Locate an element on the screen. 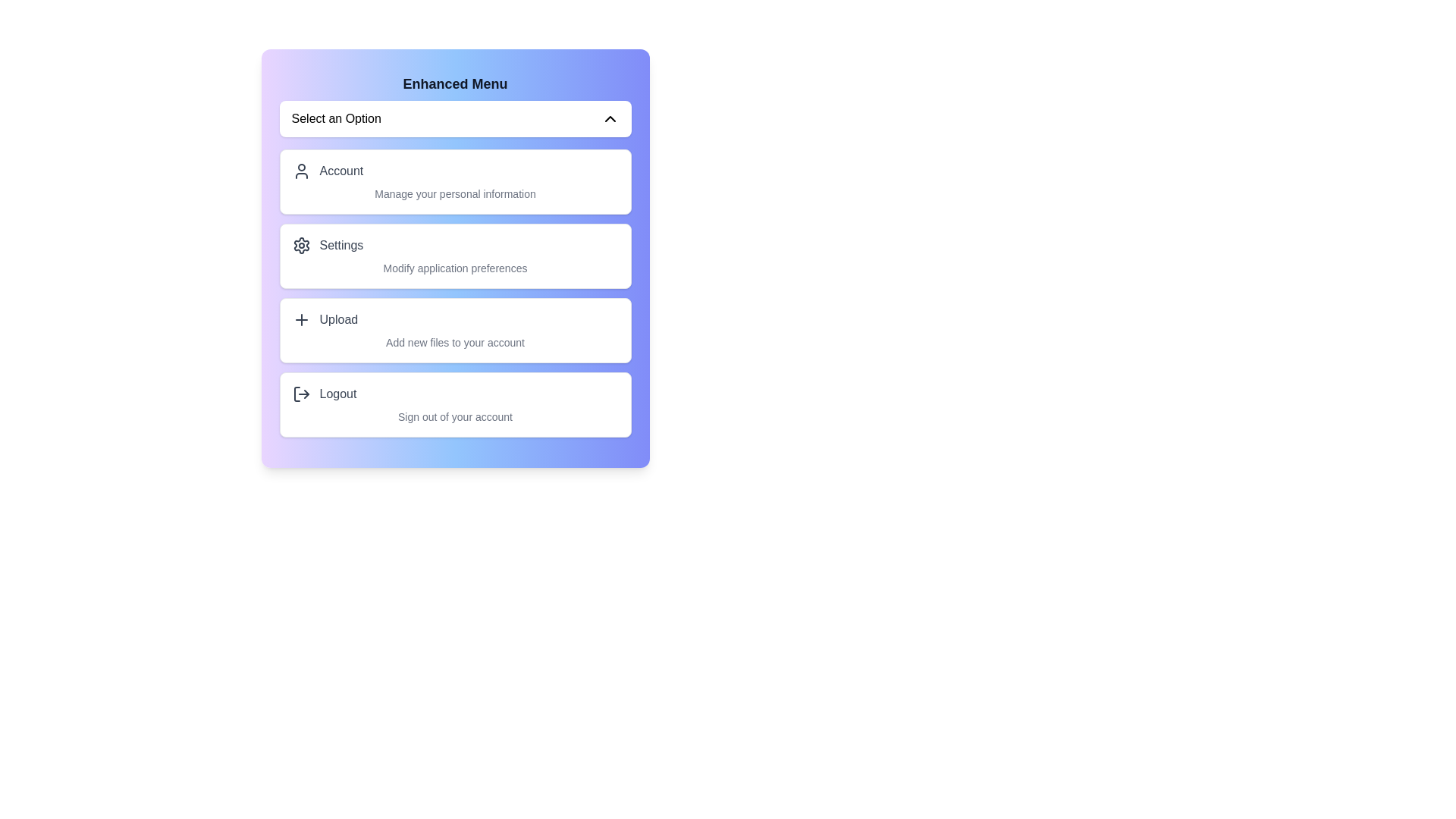 The width and height of the screenshot is (1456, 819). the icon corresponding to Logout is located at coordinates (301, 394).